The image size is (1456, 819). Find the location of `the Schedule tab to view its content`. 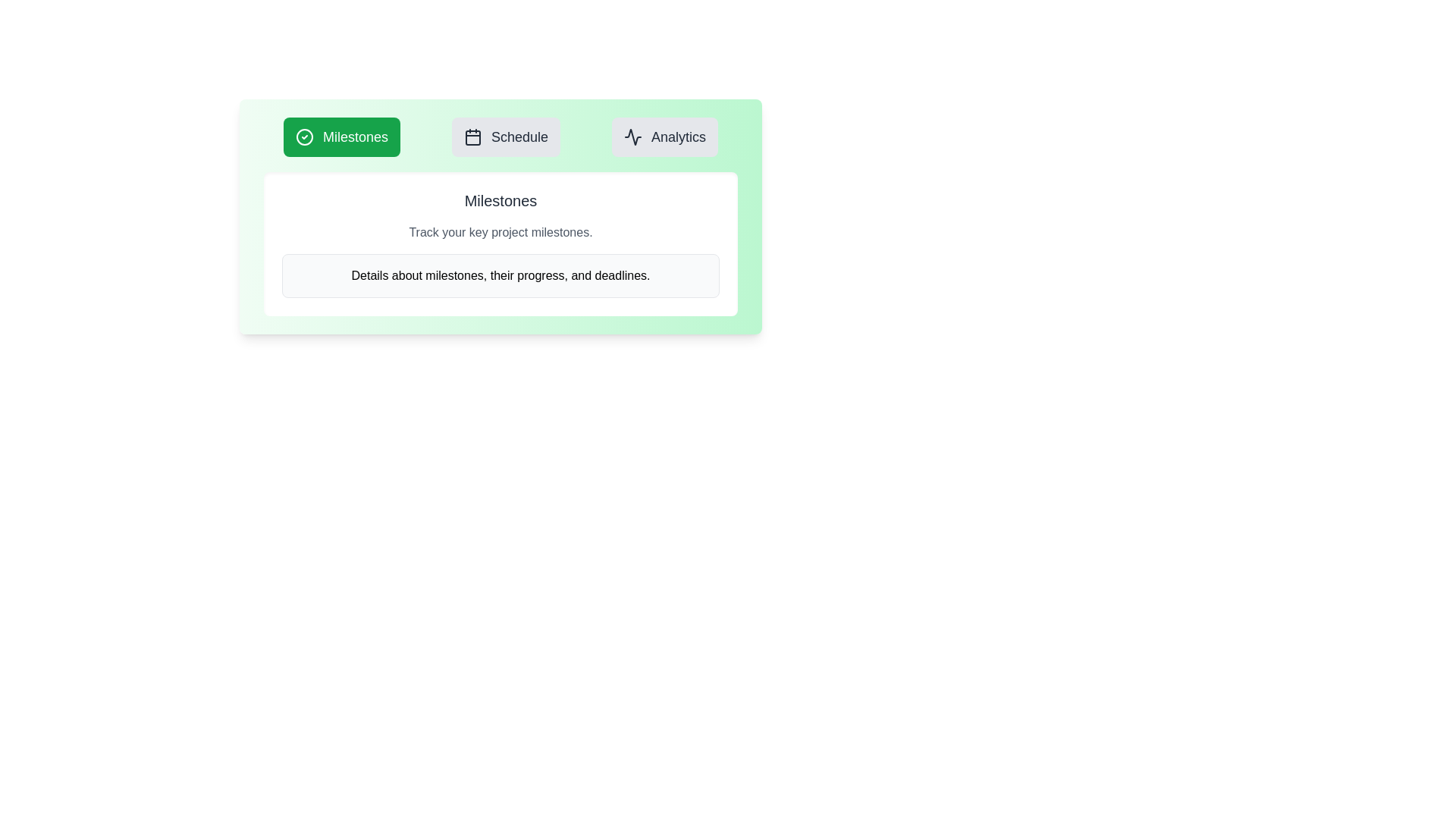

the Schedule tab to view its content is located at coordinates (506, 137).